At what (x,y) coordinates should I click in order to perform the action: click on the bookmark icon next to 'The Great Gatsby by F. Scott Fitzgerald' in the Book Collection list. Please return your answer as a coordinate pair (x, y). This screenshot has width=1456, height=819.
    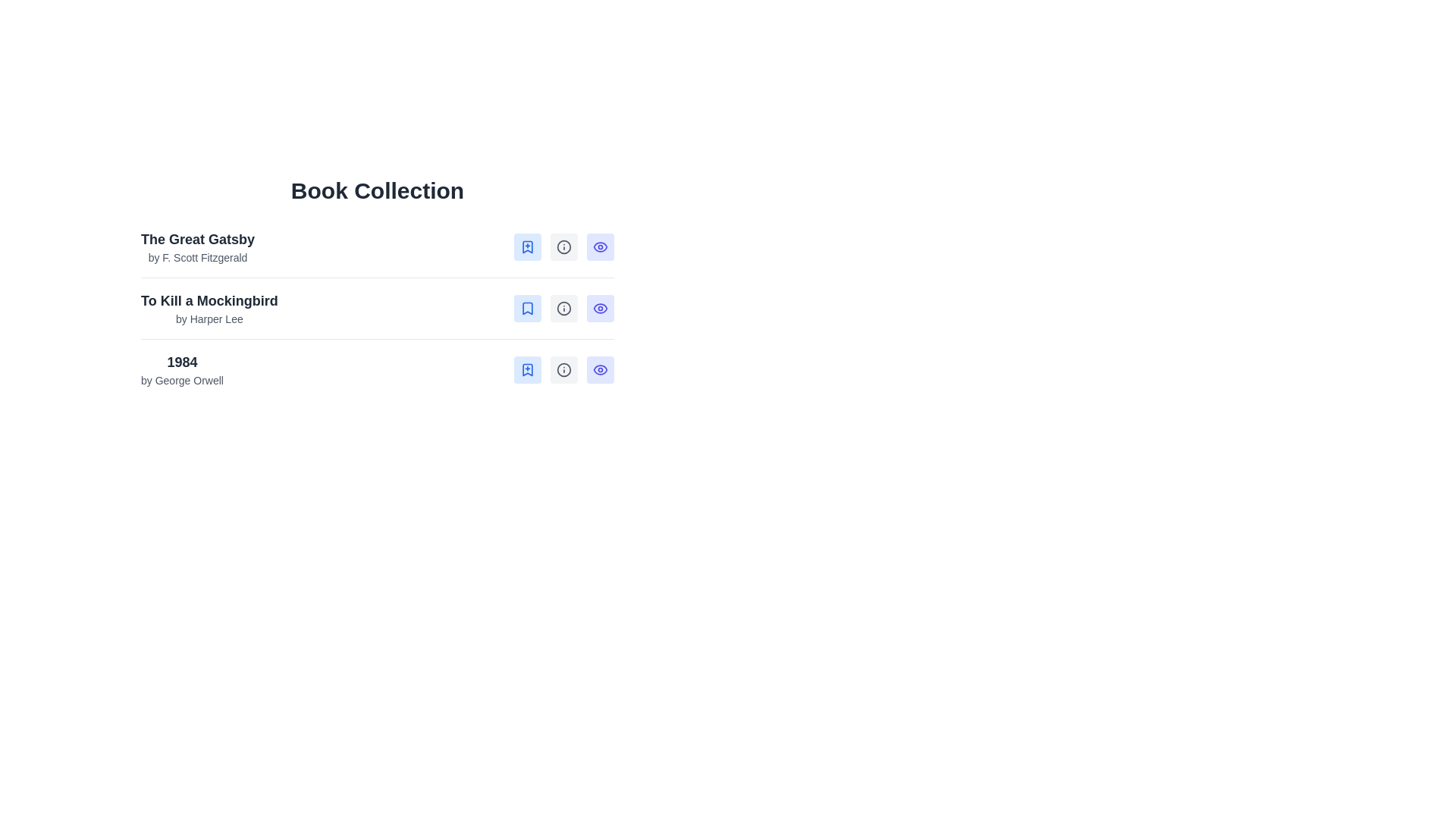
    Looking at the image, I should click on (528, 246).